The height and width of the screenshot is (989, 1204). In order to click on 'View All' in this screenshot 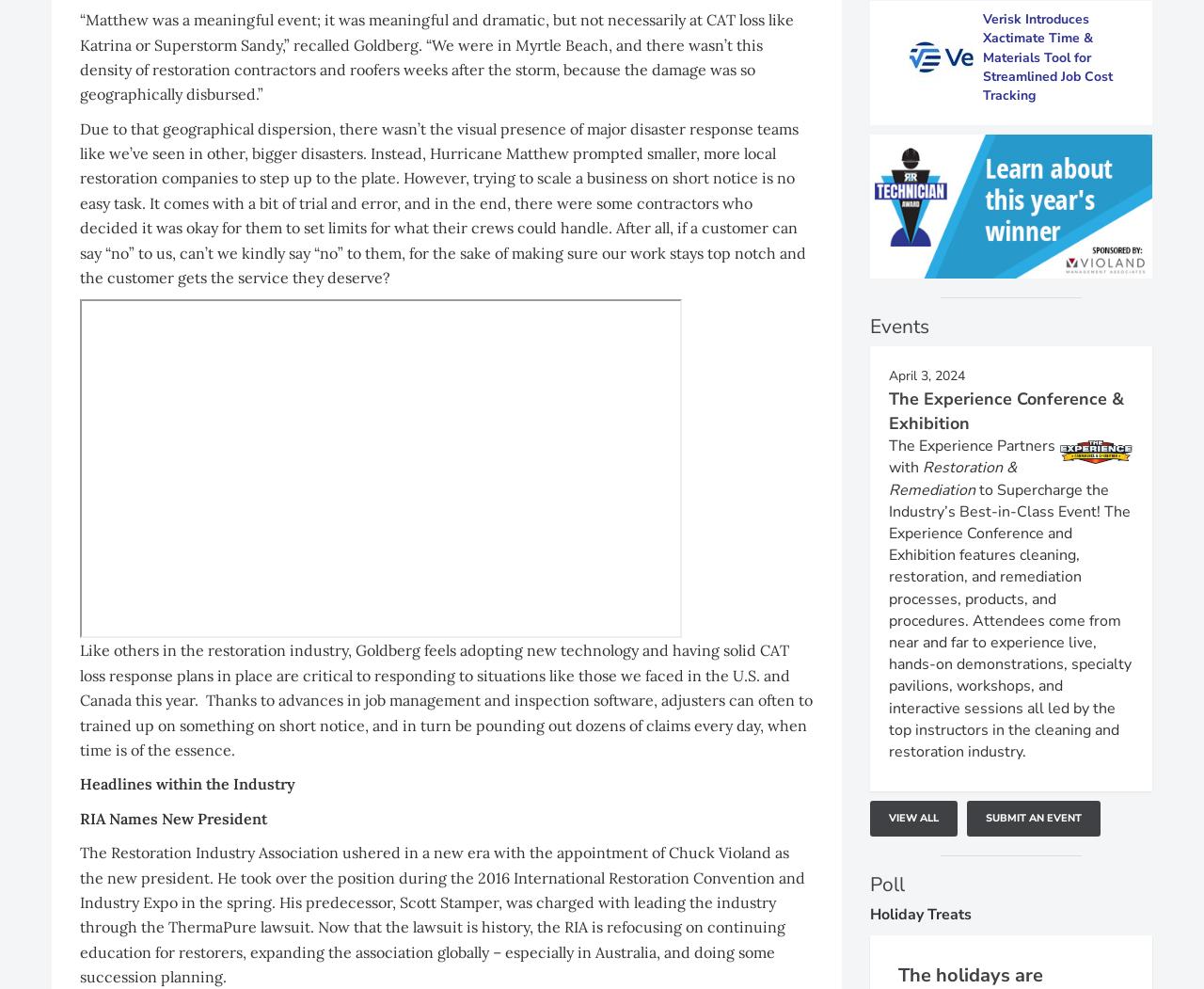, I will do `click(913, 817)`.